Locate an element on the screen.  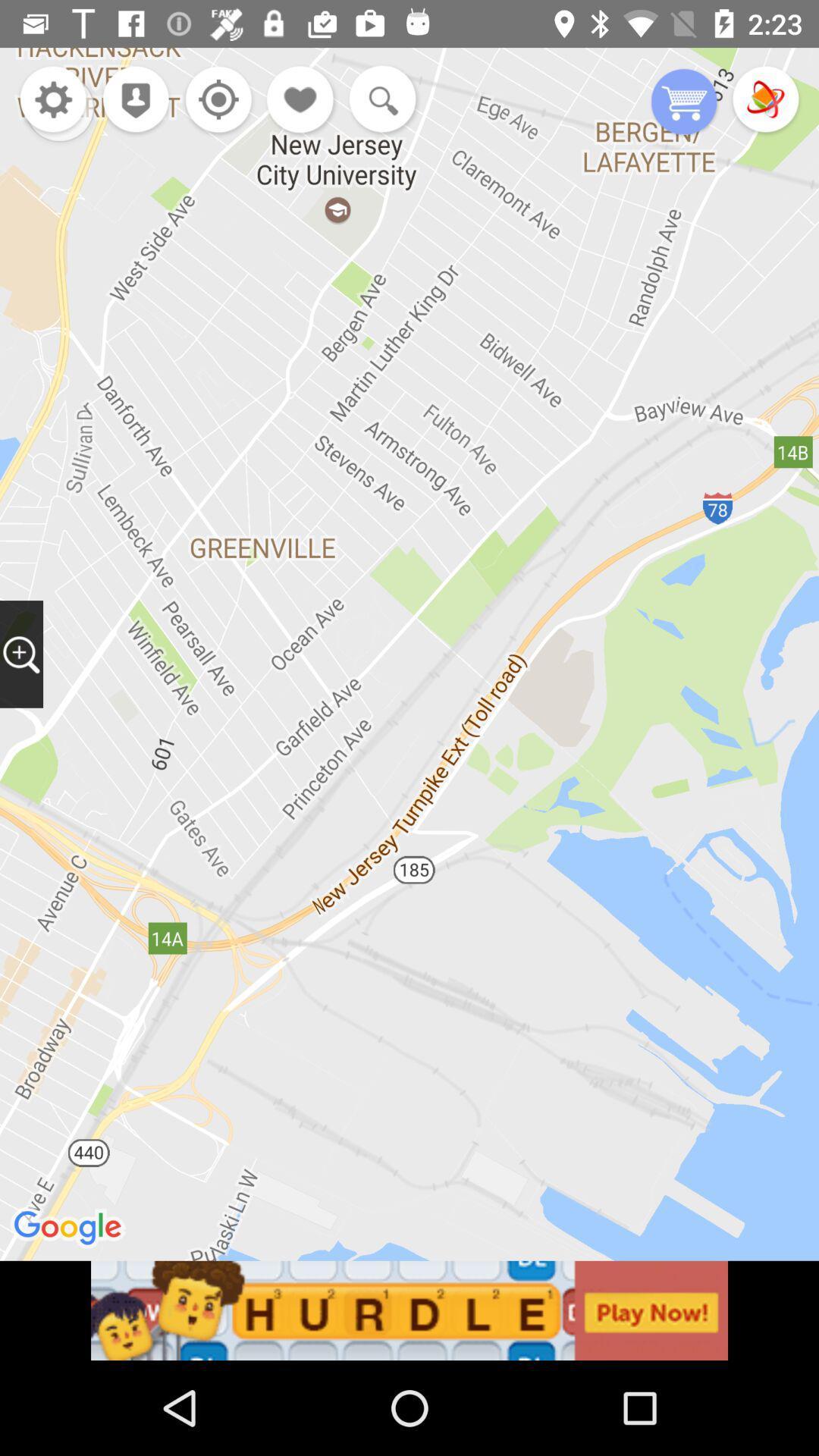
search is located at coordinates (378, 100).